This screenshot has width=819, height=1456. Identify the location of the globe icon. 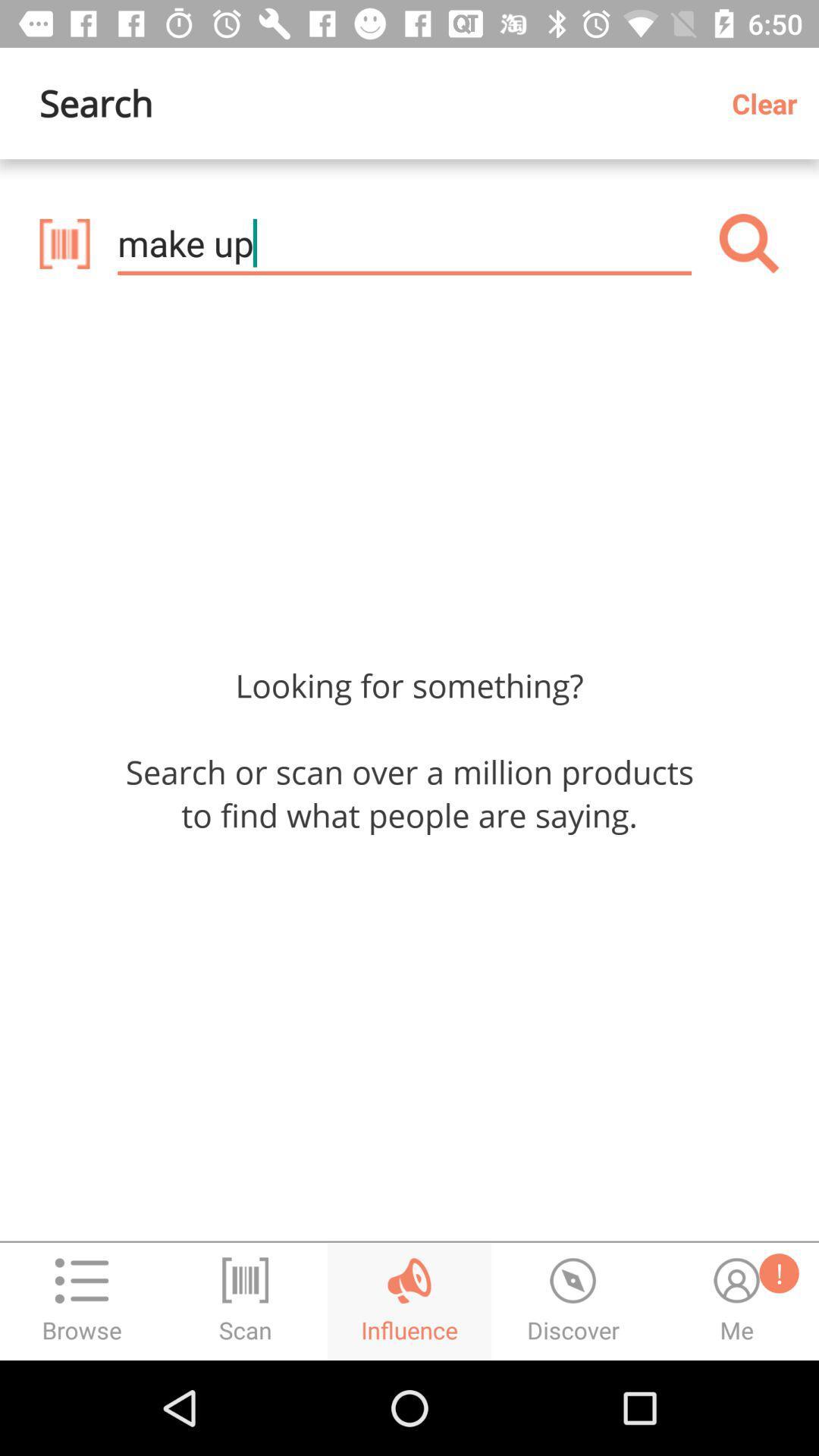
(409, 1301).